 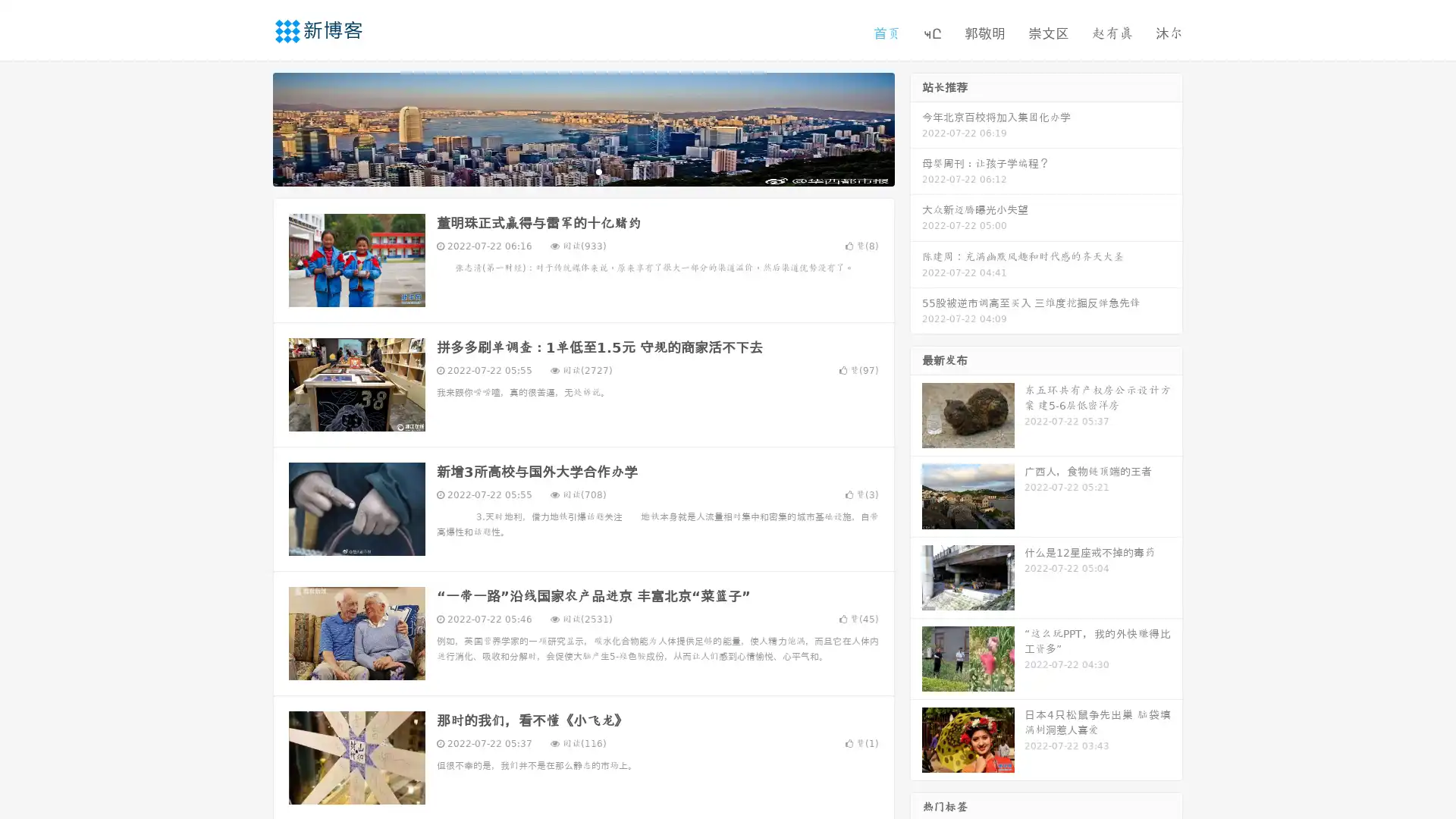 What do you see at coordinates (582, 171) in the screenshot?
I see `Go to slide 2` at bounding box center [582, 171].